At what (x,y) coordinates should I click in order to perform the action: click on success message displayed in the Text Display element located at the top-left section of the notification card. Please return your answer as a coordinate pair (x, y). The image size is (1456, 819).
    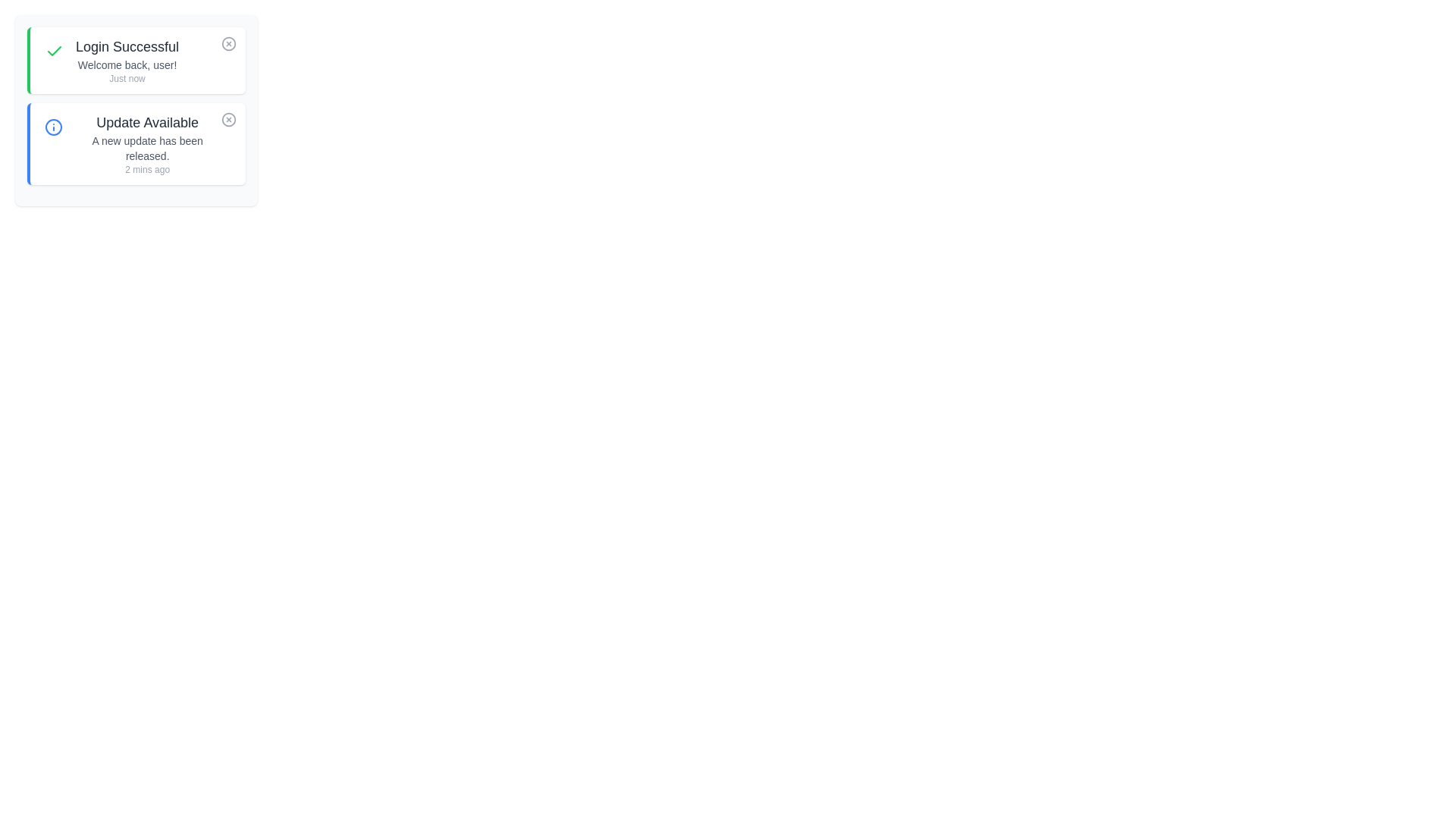
    Looking at the image, I should click on (127, 45).